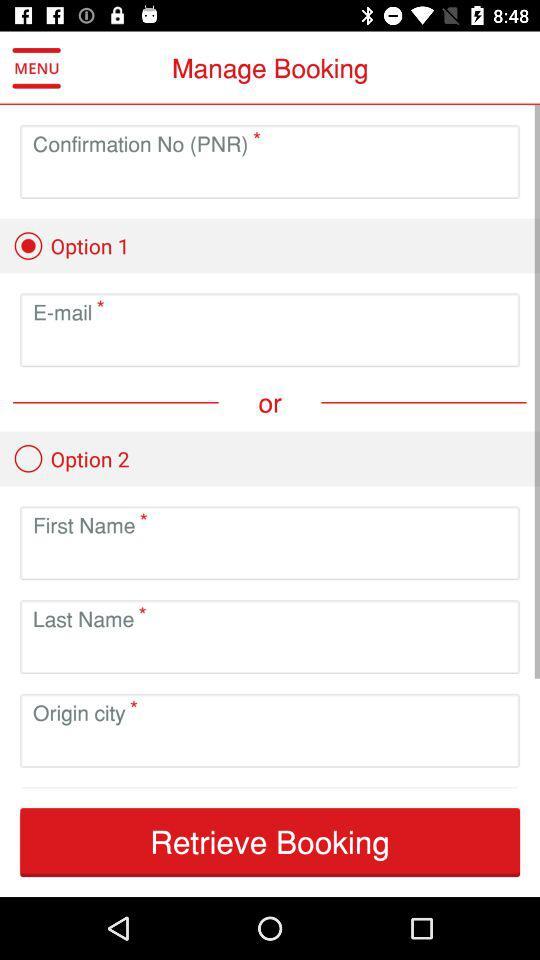 The height and width of the screenshot is (960, 540). I want to click on e-mail, so click(270, 346).